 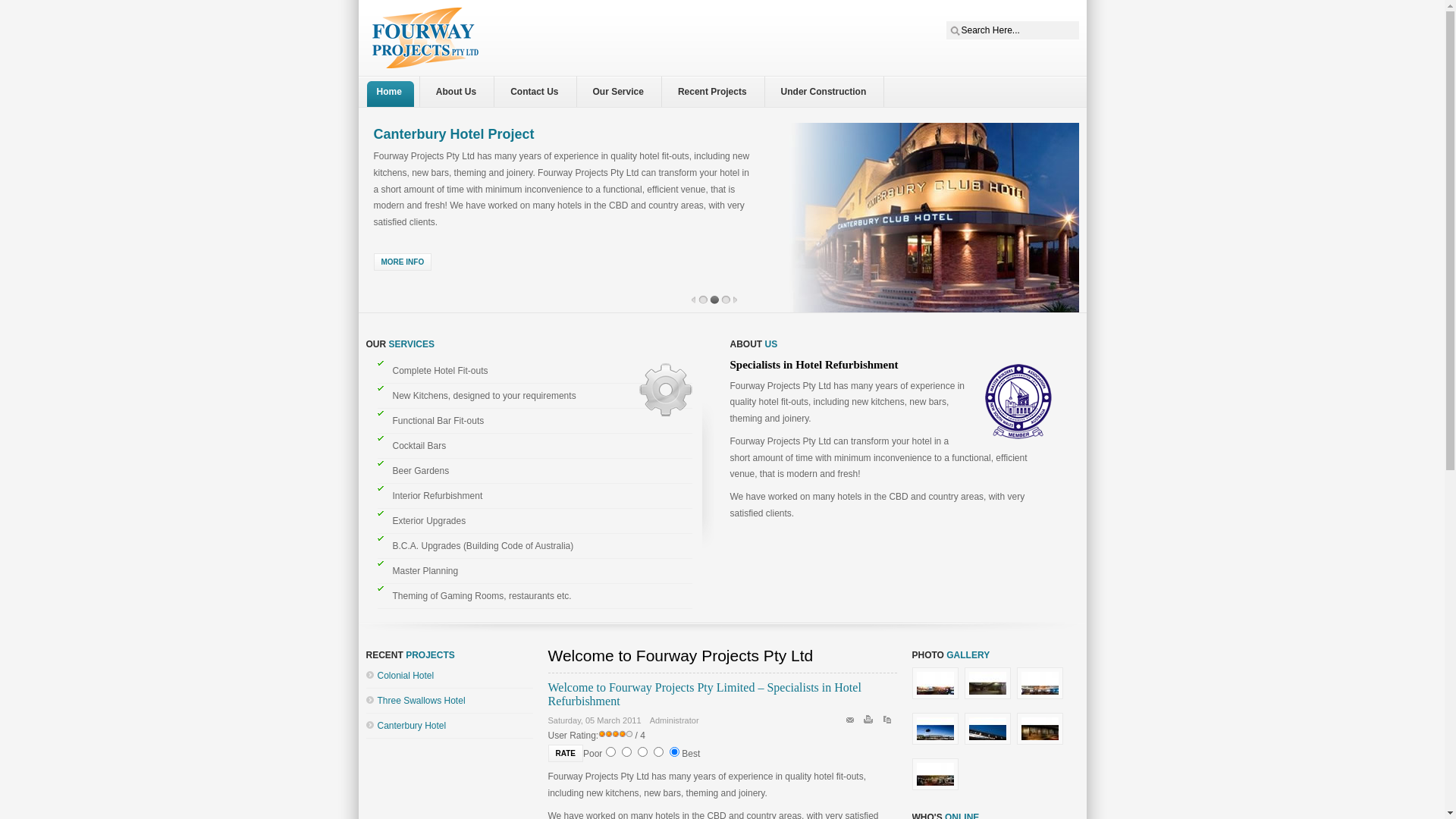 What do you see at coordinates (563, 753) in the screenshot?
I see `'Rate'` at bounding box center [563, 753].